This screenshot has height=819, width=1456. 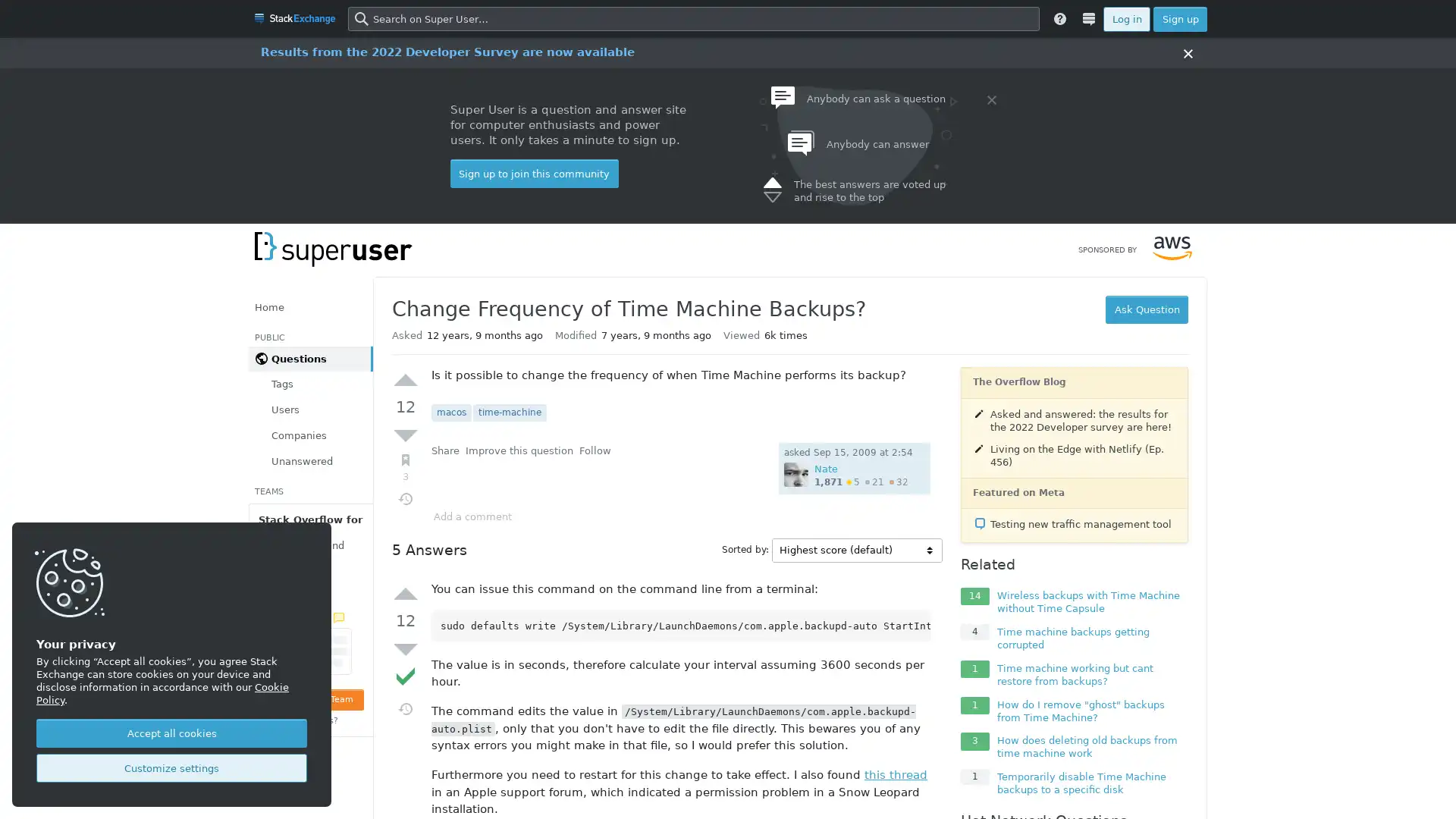 What do you see at coordinates (595, 450) in the screenshot?
I see `Follow` at bounding box center [595, 450].